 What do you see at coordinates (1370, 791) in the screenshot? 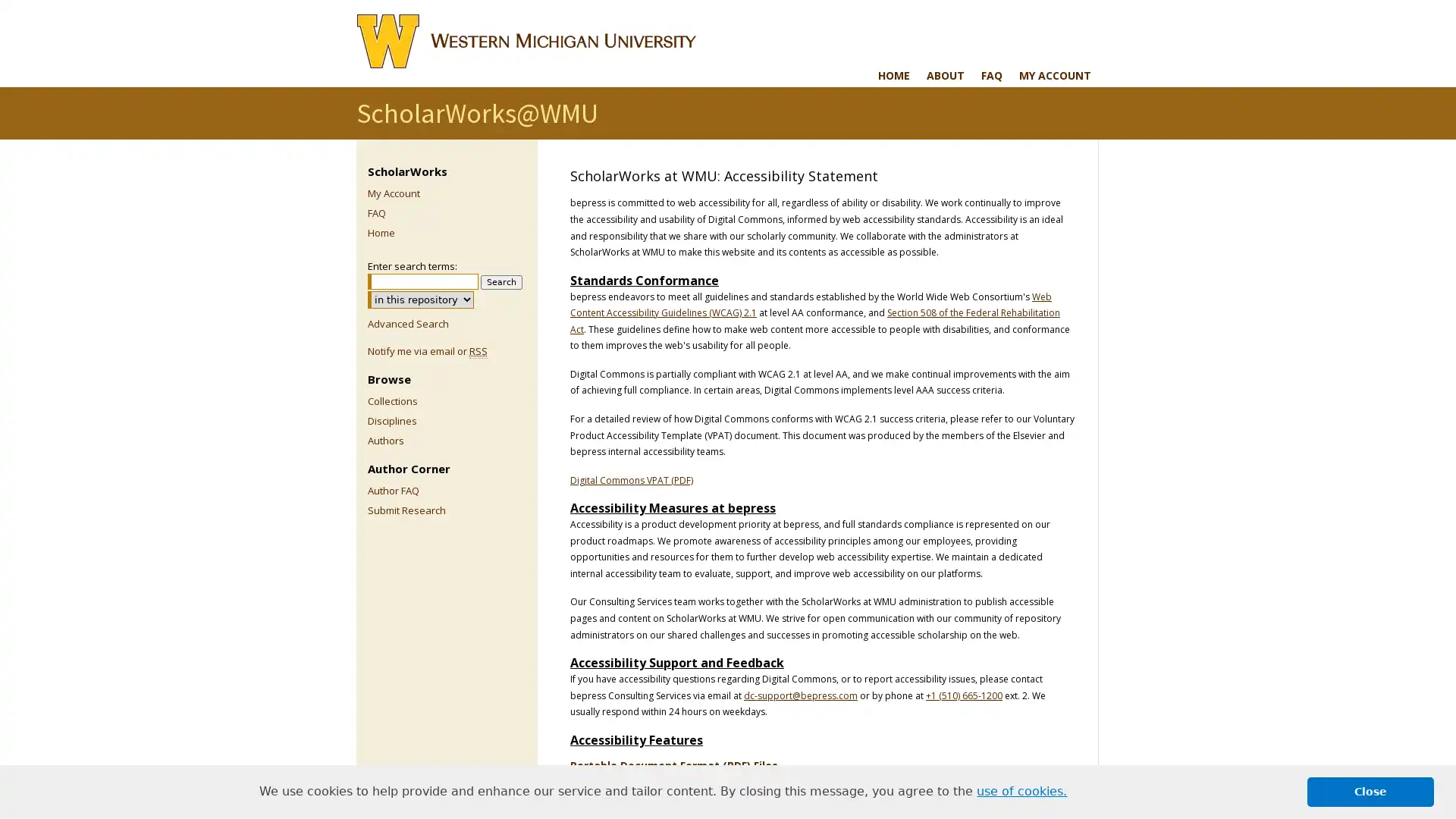
I see `dismiss cookie message` at bounding box center [1370, 791].